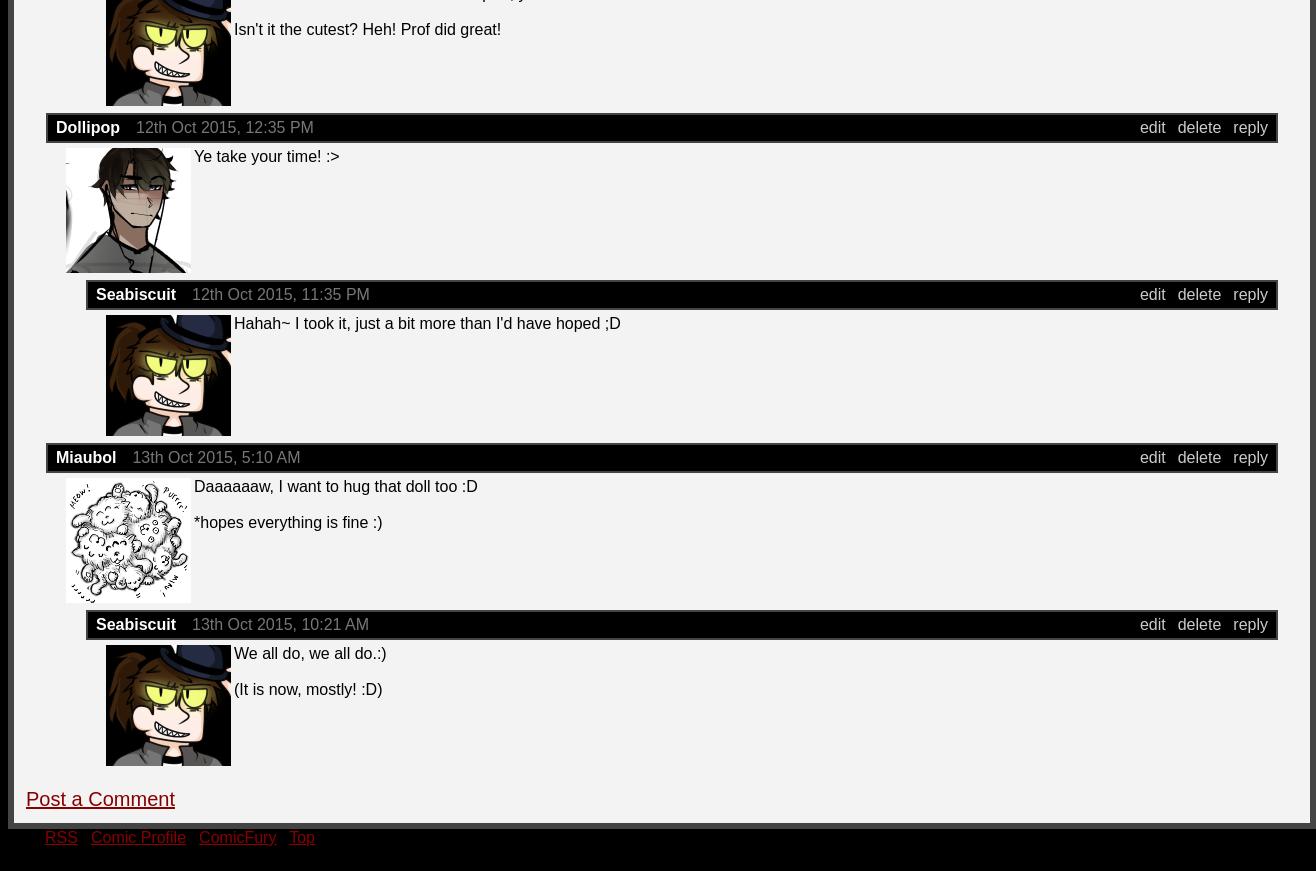  Describe the element at coordinates (280, 293) in the screenshot. I see `'12th Oct 2015, 11:35 PM'` at that location.